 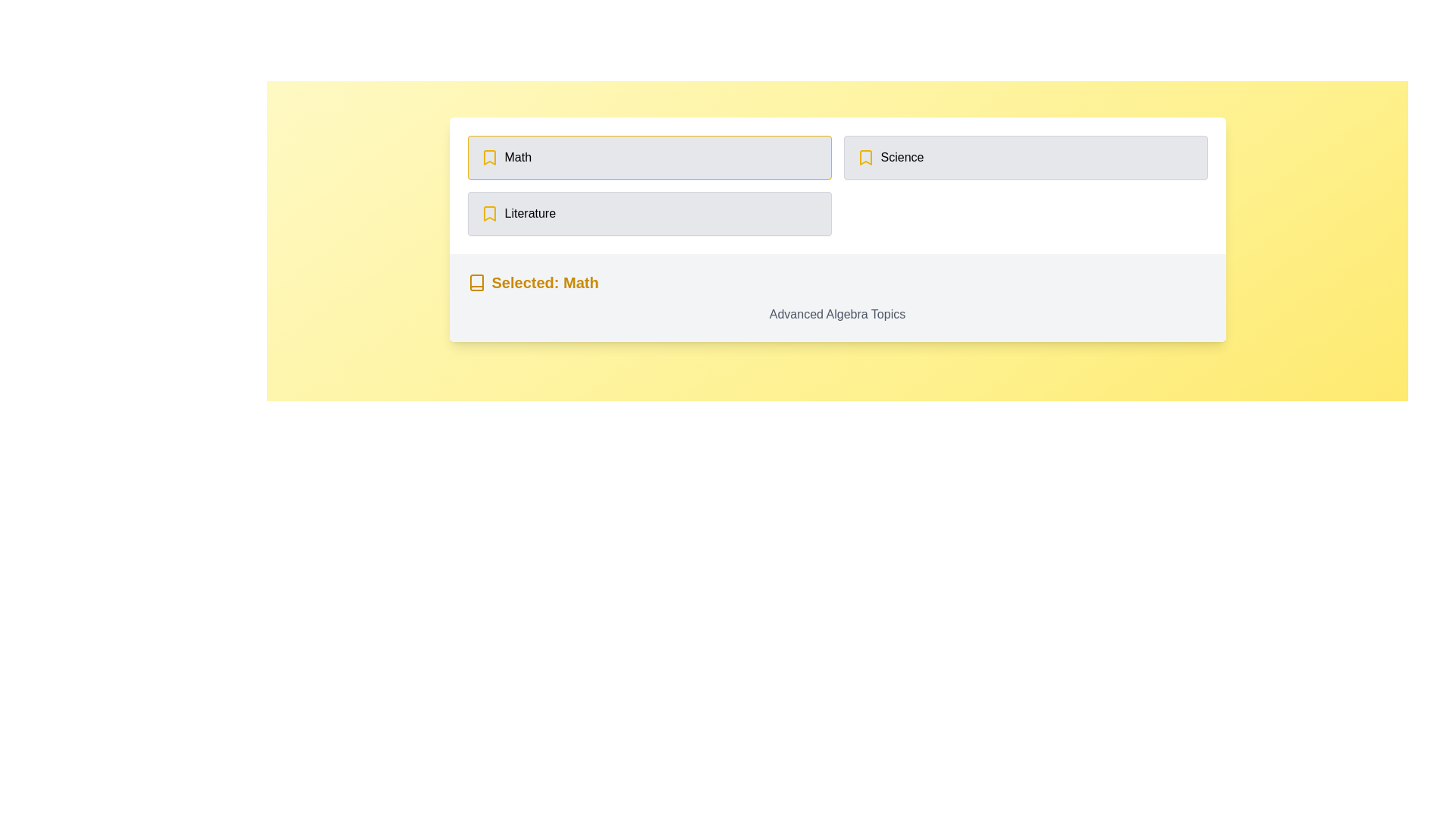 I want to click on the Math category menu item, so click(x=649, y=158).